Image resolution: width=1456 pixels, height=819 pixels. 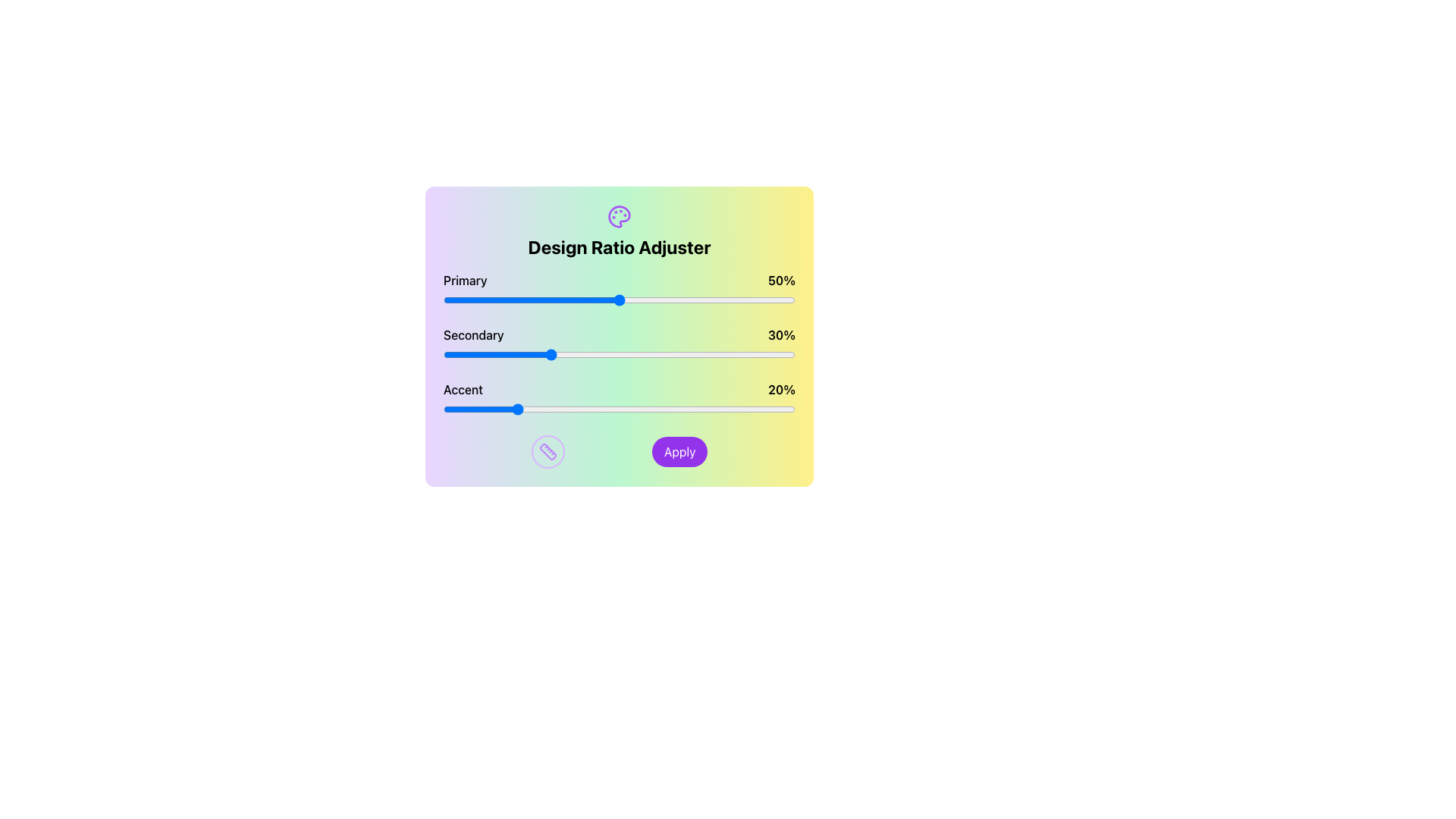 I want to click on value displayed as '50%' which is positioned on the far right of the interface, aligned with the 'Primary' label and slider, so click(x=782, y=281).